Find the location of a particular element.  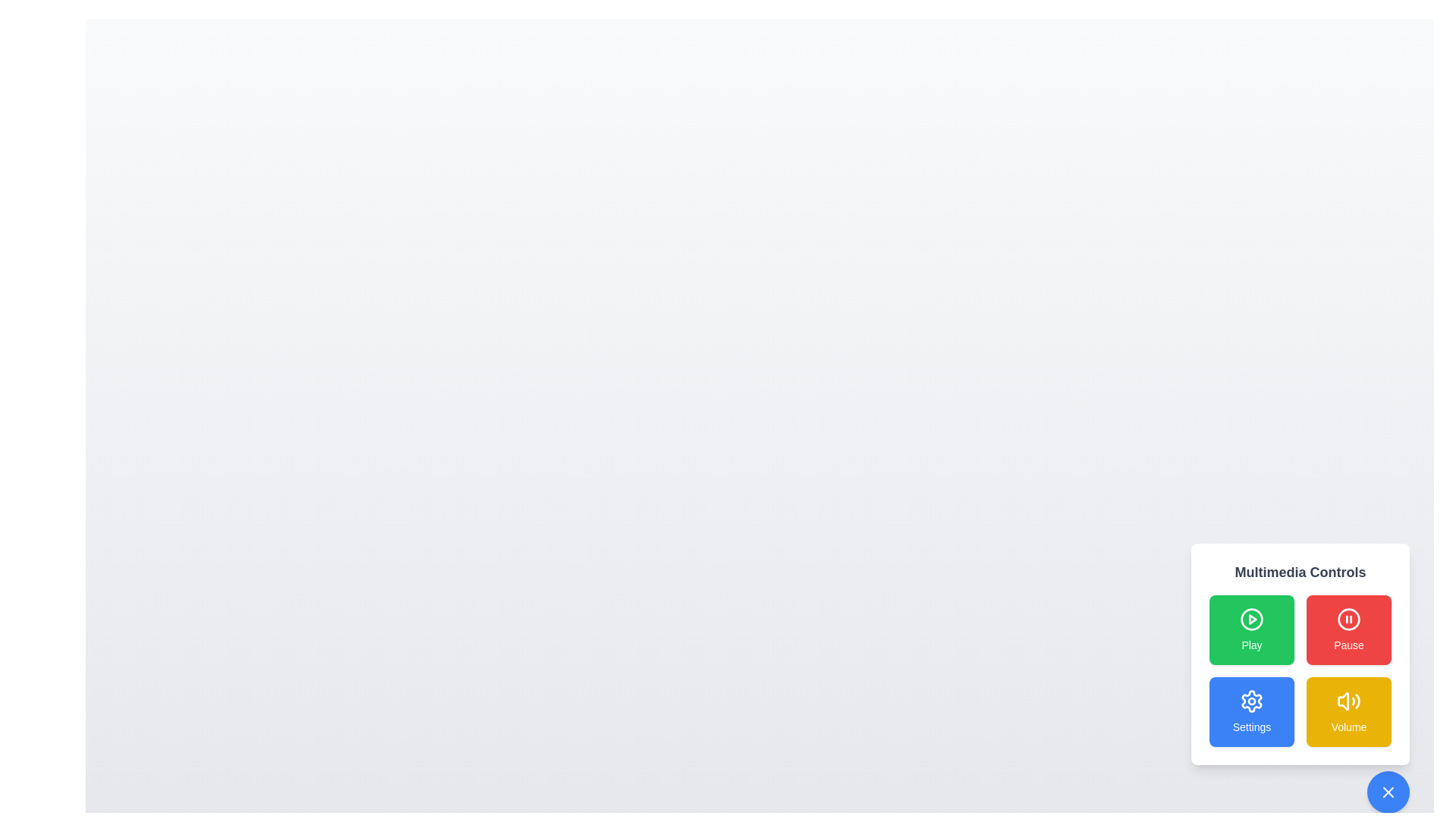

the inner red triangle icon within the green 'Play' button located on the multimedia control panel is located at coordinates (1252, 620).